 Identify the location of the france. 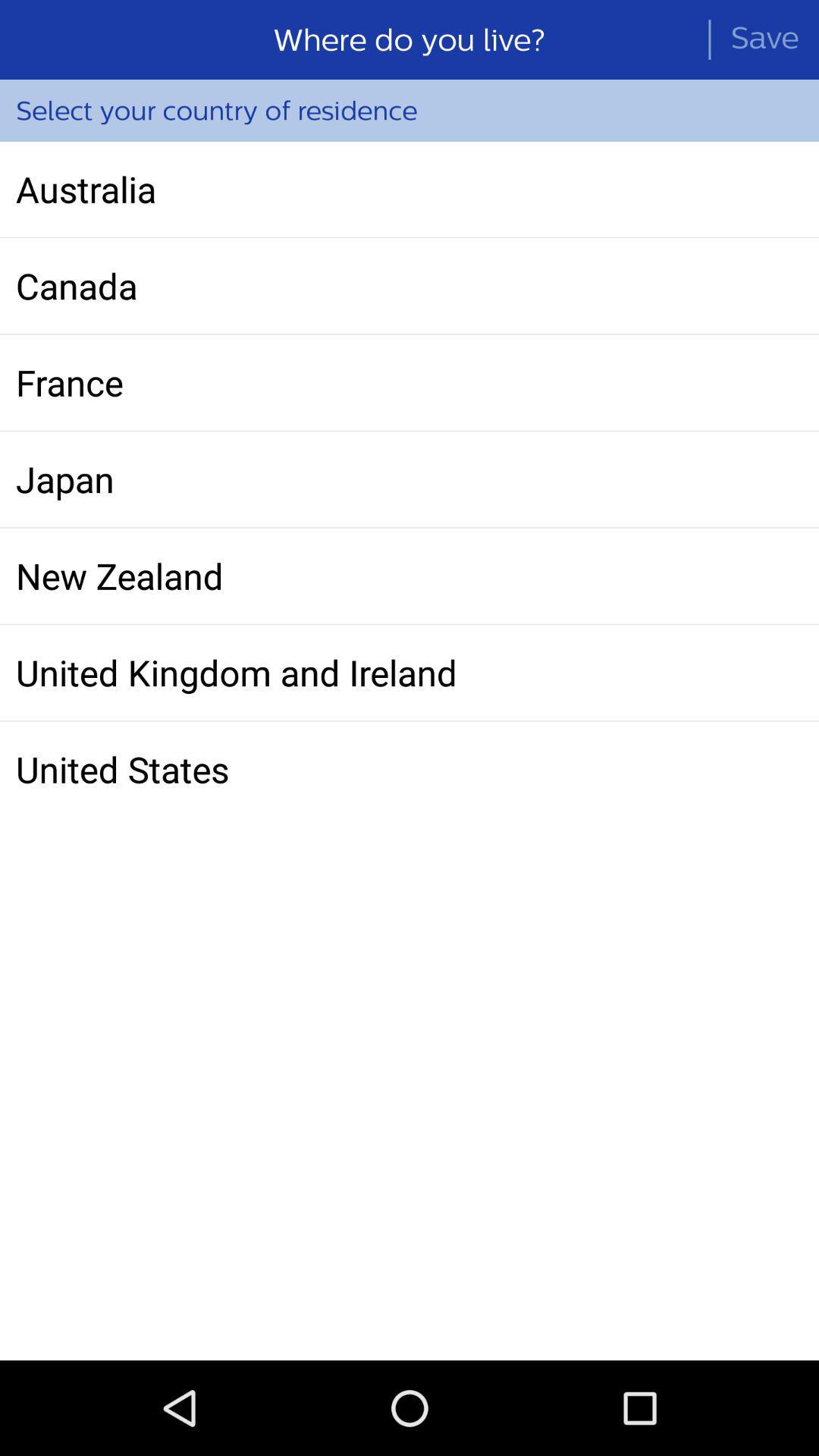
(409, 382).